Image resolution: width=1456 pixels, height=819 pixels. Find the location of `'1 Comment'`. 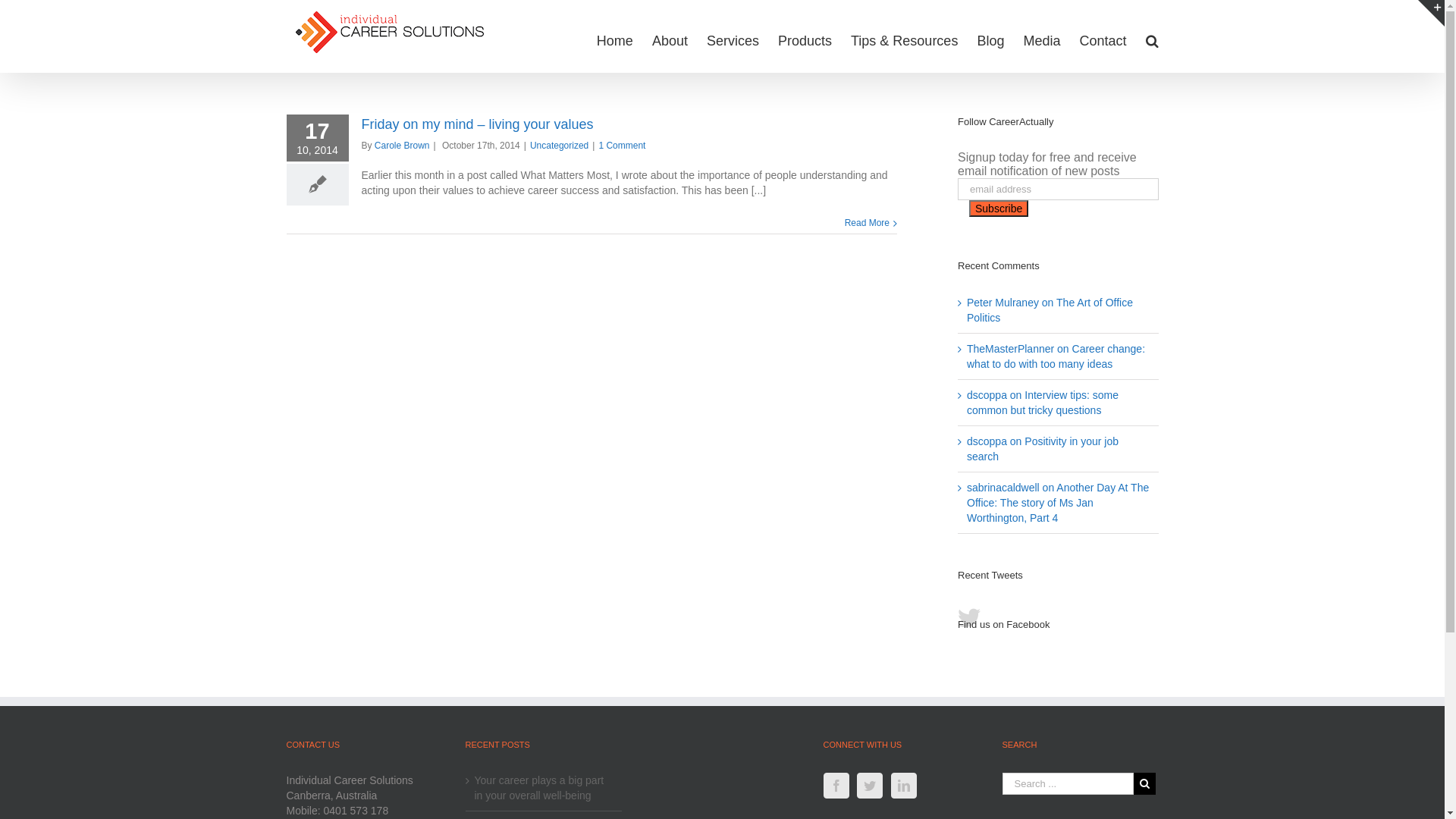

'1 Comment' is located at coordinates (622, 146).